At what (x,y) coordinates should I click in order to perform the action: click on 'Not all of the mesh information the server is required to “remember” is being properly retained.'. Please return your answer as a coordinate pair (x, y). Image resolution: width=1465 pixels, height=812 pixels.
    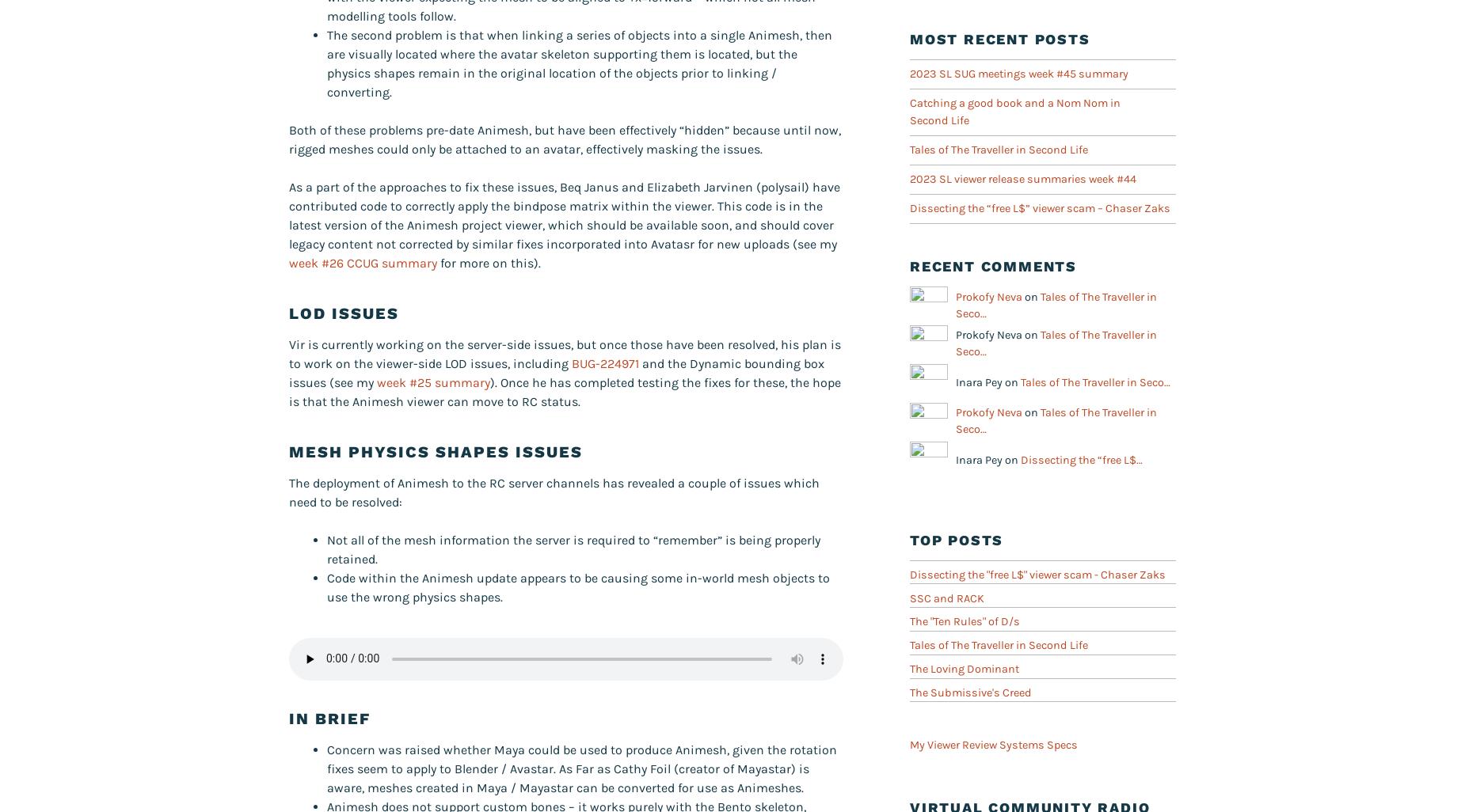
    Looking at the image, I should click on (573, 548).